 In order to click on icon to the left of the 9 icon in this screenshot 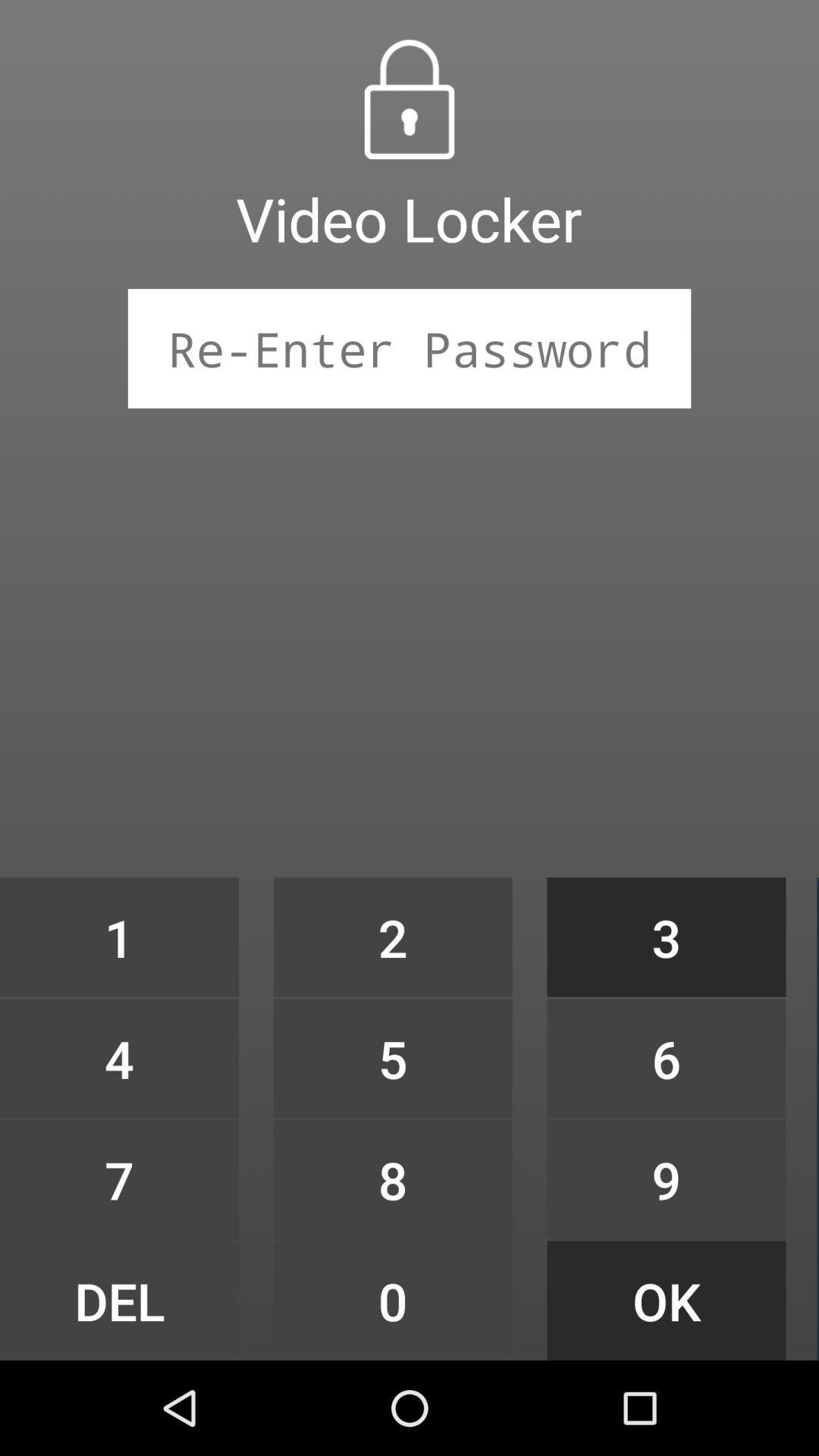, I will do `click(392, 1300)`.